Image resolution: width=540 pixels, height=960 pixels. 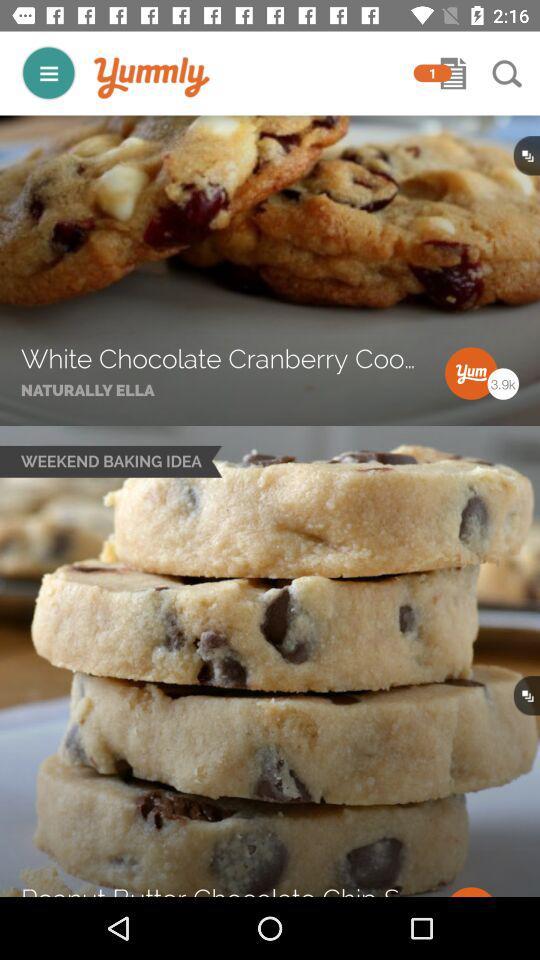 I want to click on the  1, so click(x=431, y=73).